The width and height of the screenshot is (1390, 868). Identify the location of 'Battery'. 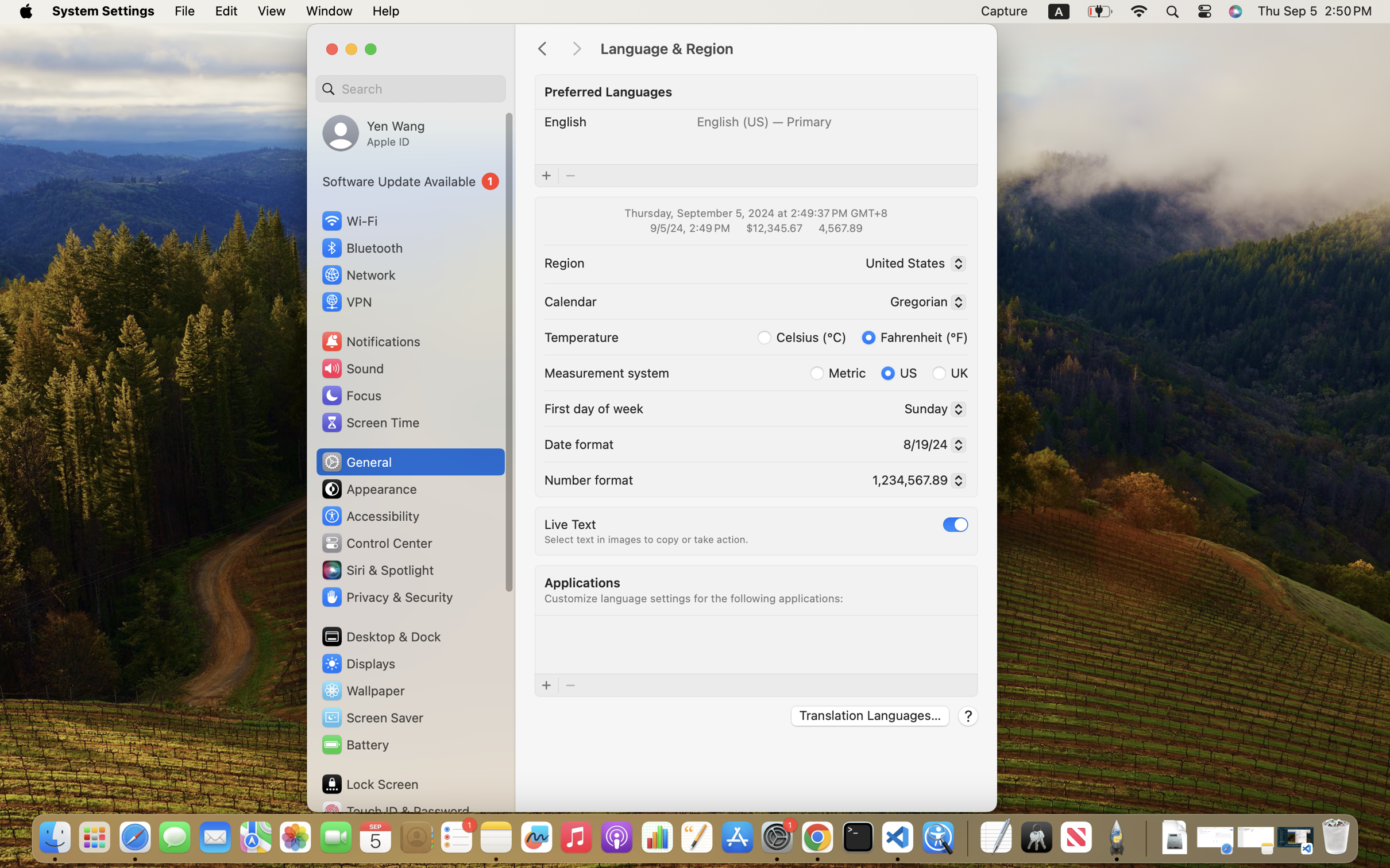
(354, 744).